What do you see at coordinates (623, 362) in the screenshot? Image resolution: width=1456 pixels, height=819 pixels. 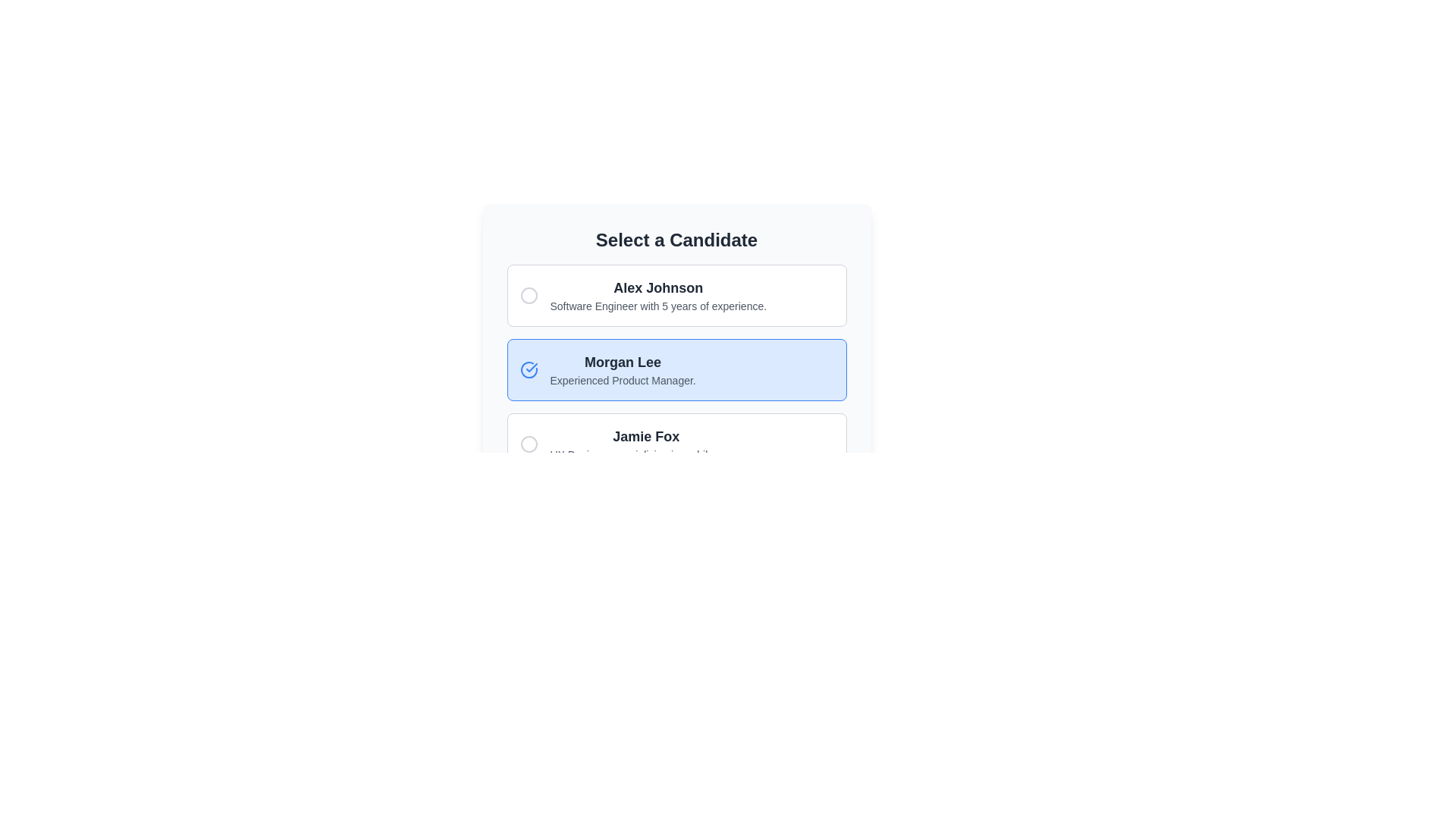 I see `the text label for the second candidate named 'Morgan Lee', which identifies the candidate's name in the selection card under 'Select a Candidate'` at bounding box center [623, 362].